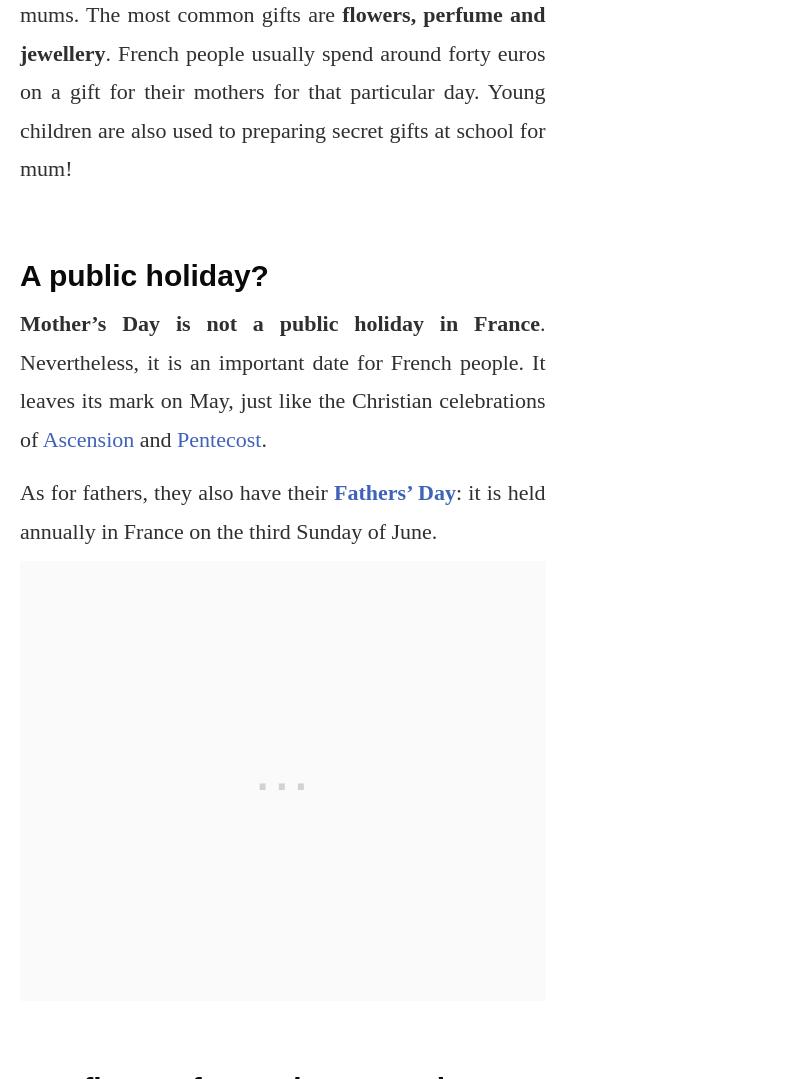  What do you see at coordinates (20, 275) in the screenshot?
I see `'A public holiday?'` at bounding box center [20, 275].